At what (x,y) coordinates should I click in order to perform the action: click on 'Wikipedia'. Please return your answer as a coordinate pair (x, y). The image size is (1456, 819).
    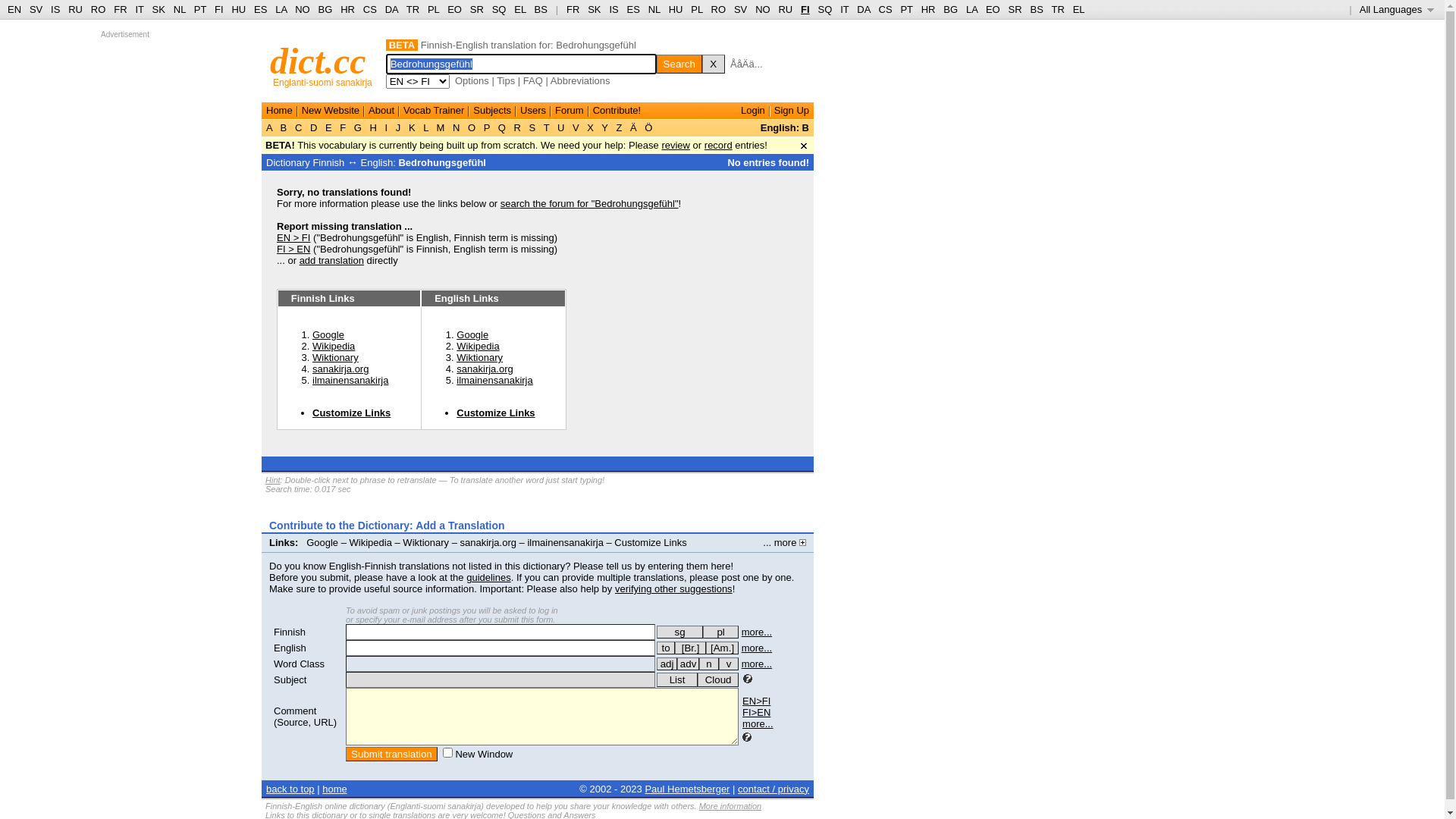
    Looking at the image, I should click on (371, 541).